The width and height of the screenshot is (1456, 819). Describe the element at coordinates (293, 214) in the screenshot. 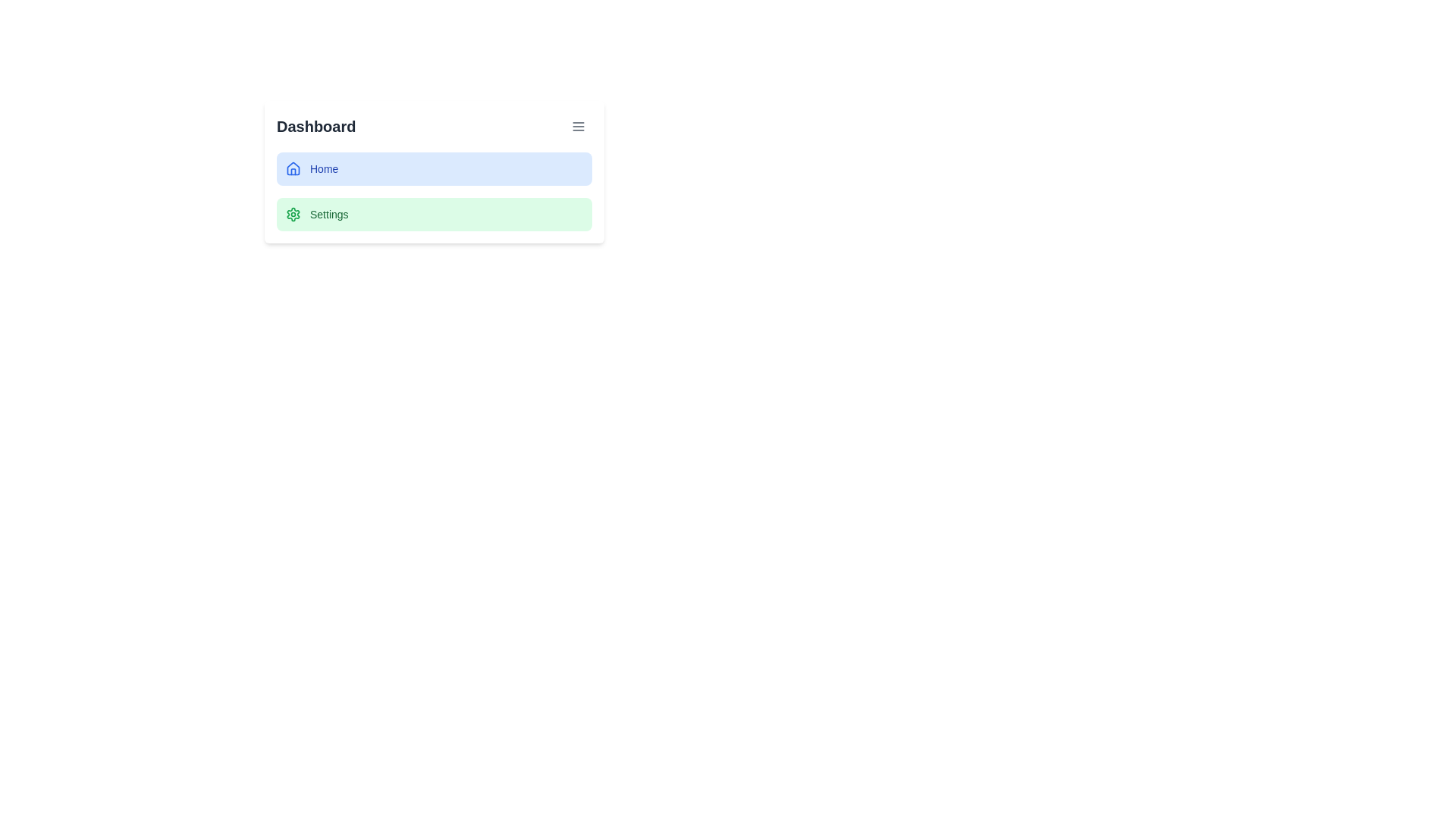

I see `the gear icon in the Settings section` at that location.